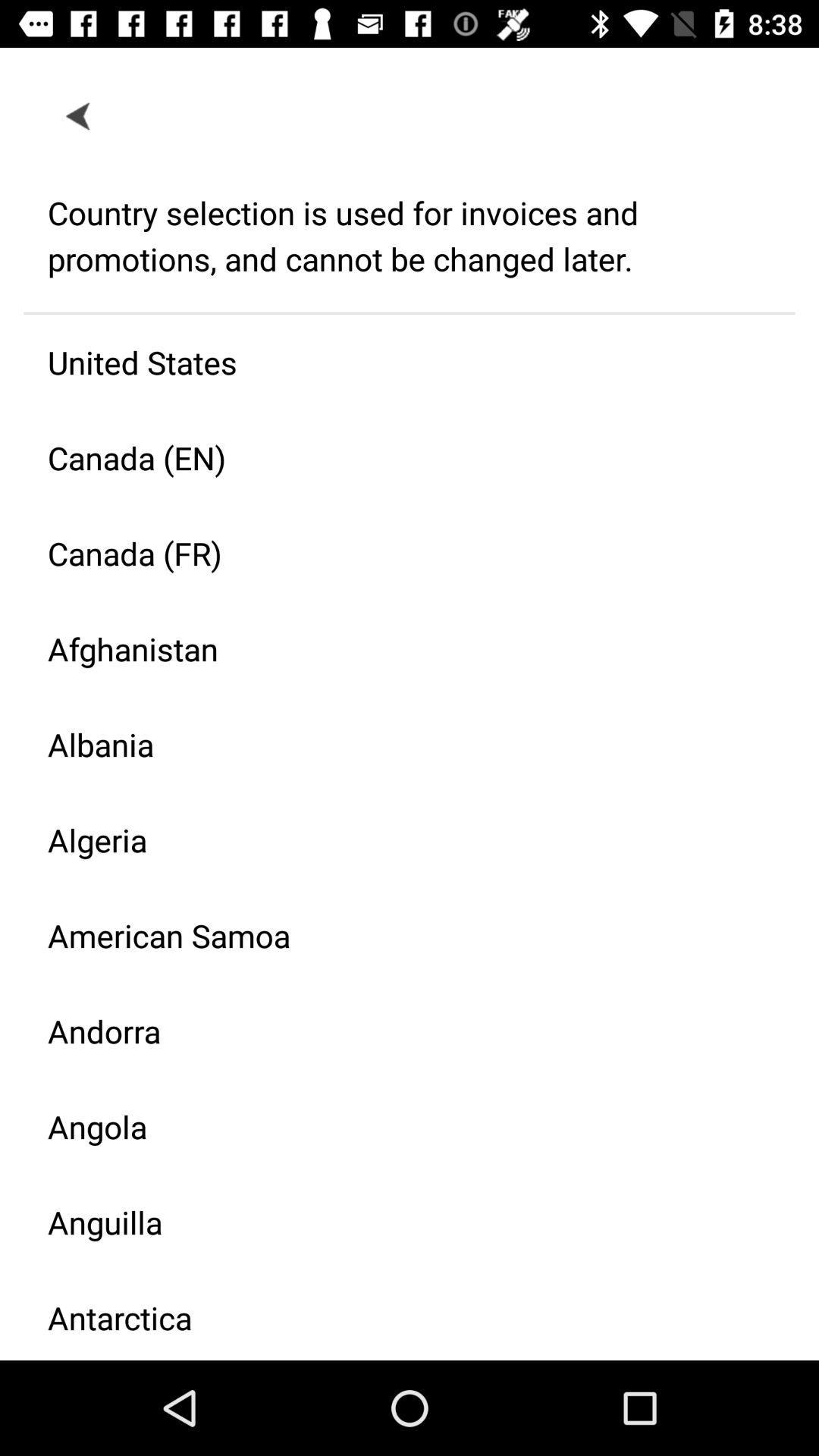 The height and width of the screenshot is (1456, 819). Describe the element at coordinates (397, 1126) in the screenshot. I see `the item above anguilla icon` at that location.